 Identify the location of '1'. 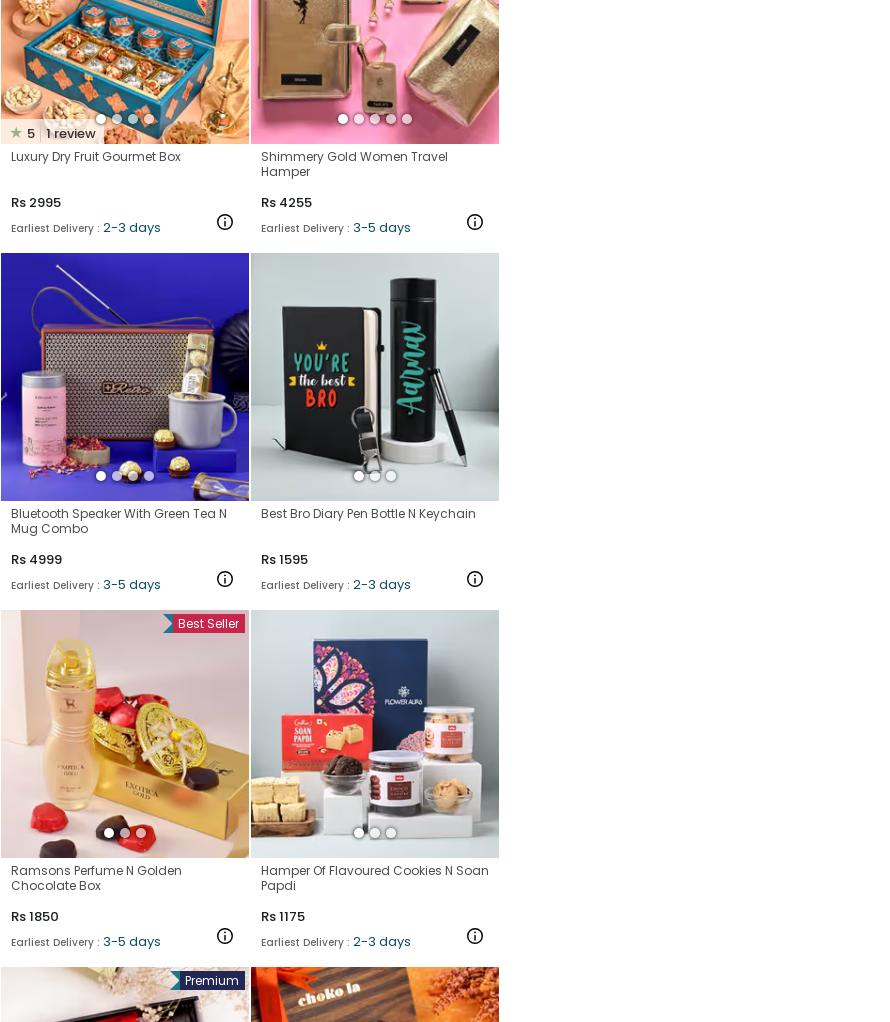
(48, 132).